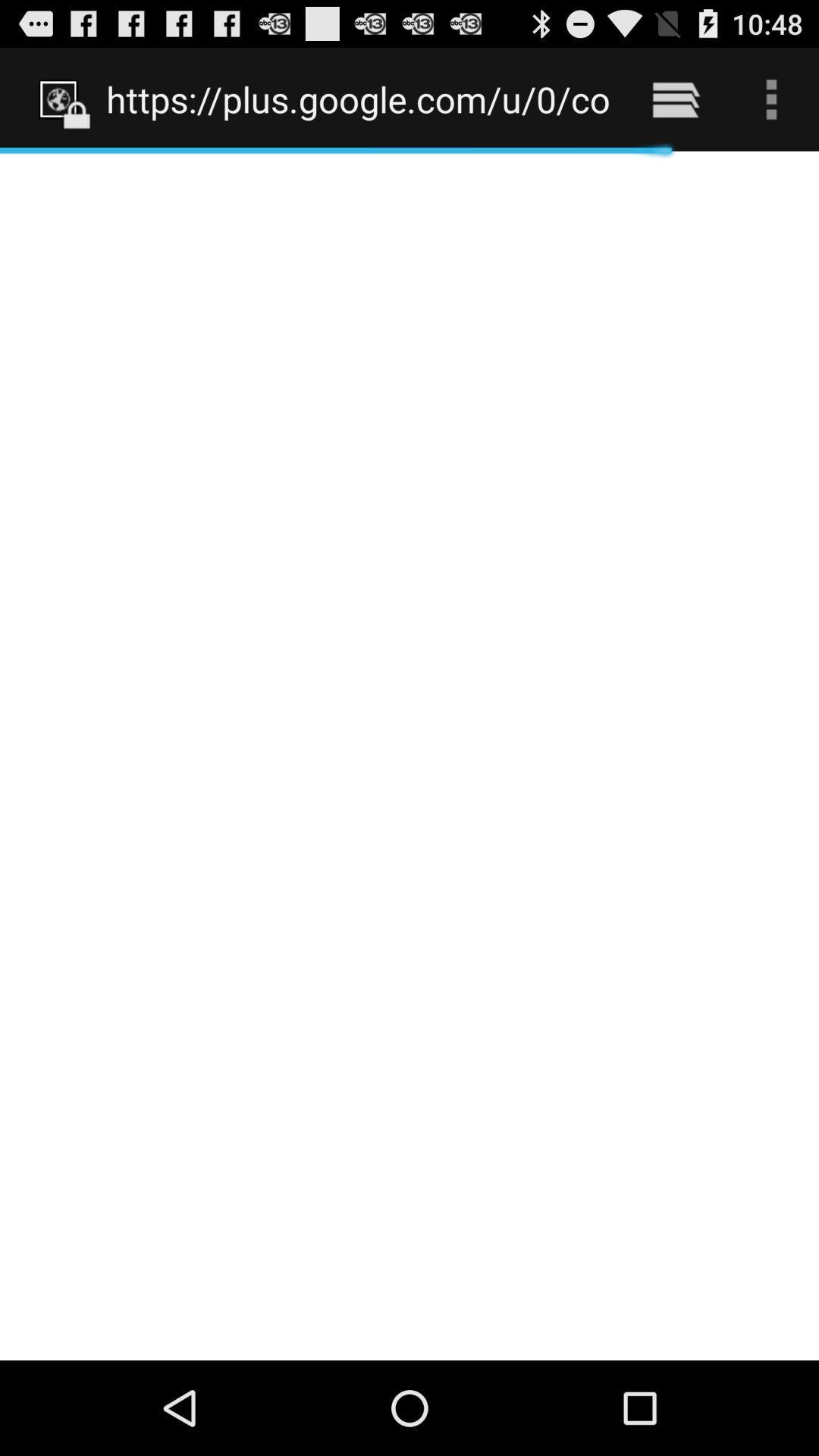 This screenshot has height=1456, width=819. What do you see at coordinates (409, 755) in the screenshot?
I see `item below the https plus google icon` at bounding box center [409, 755].